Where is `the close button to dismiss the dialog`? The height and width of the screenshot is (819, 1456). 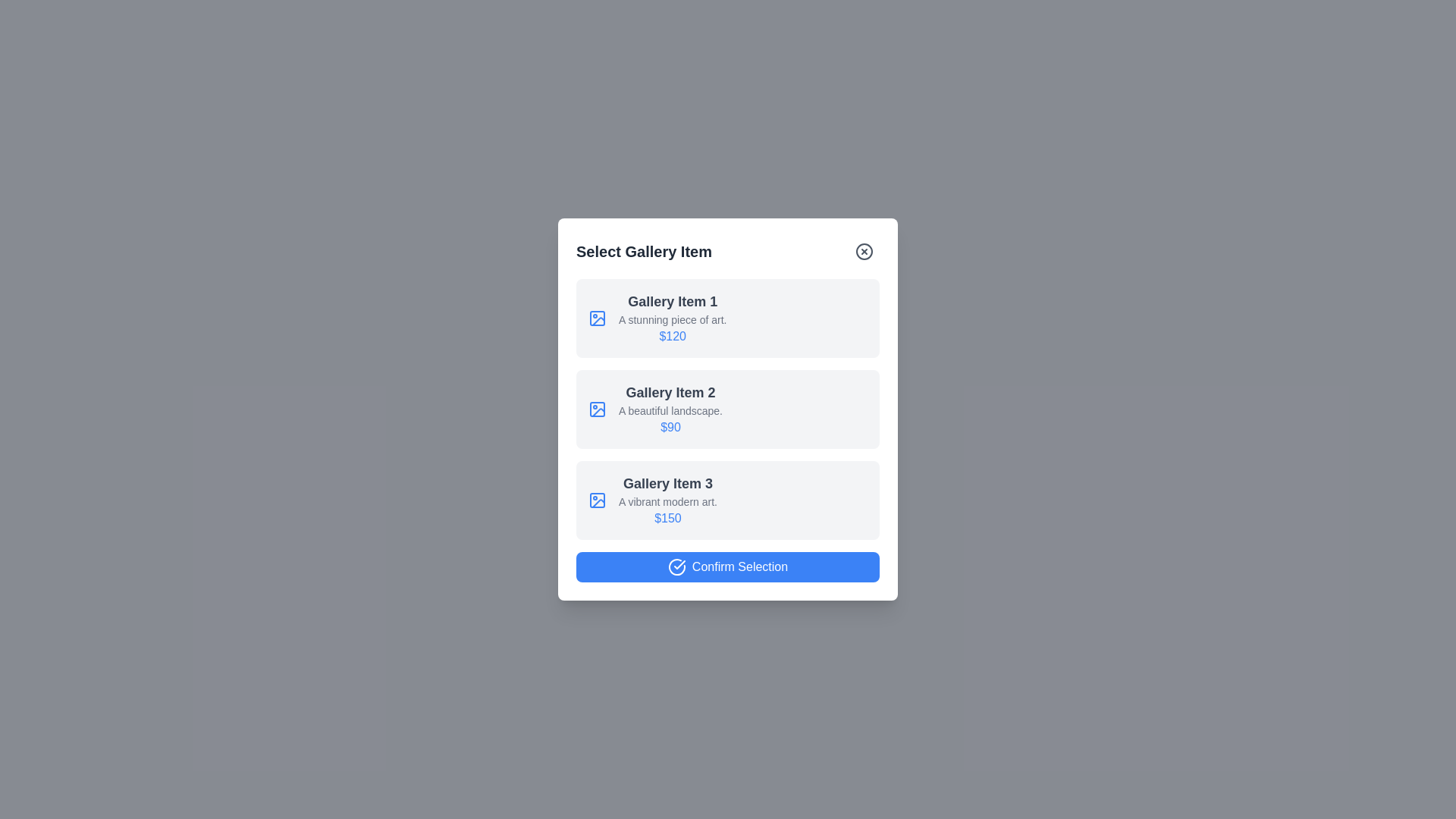
the close button to dismiss the dialog is located at coordinates (864, 250).